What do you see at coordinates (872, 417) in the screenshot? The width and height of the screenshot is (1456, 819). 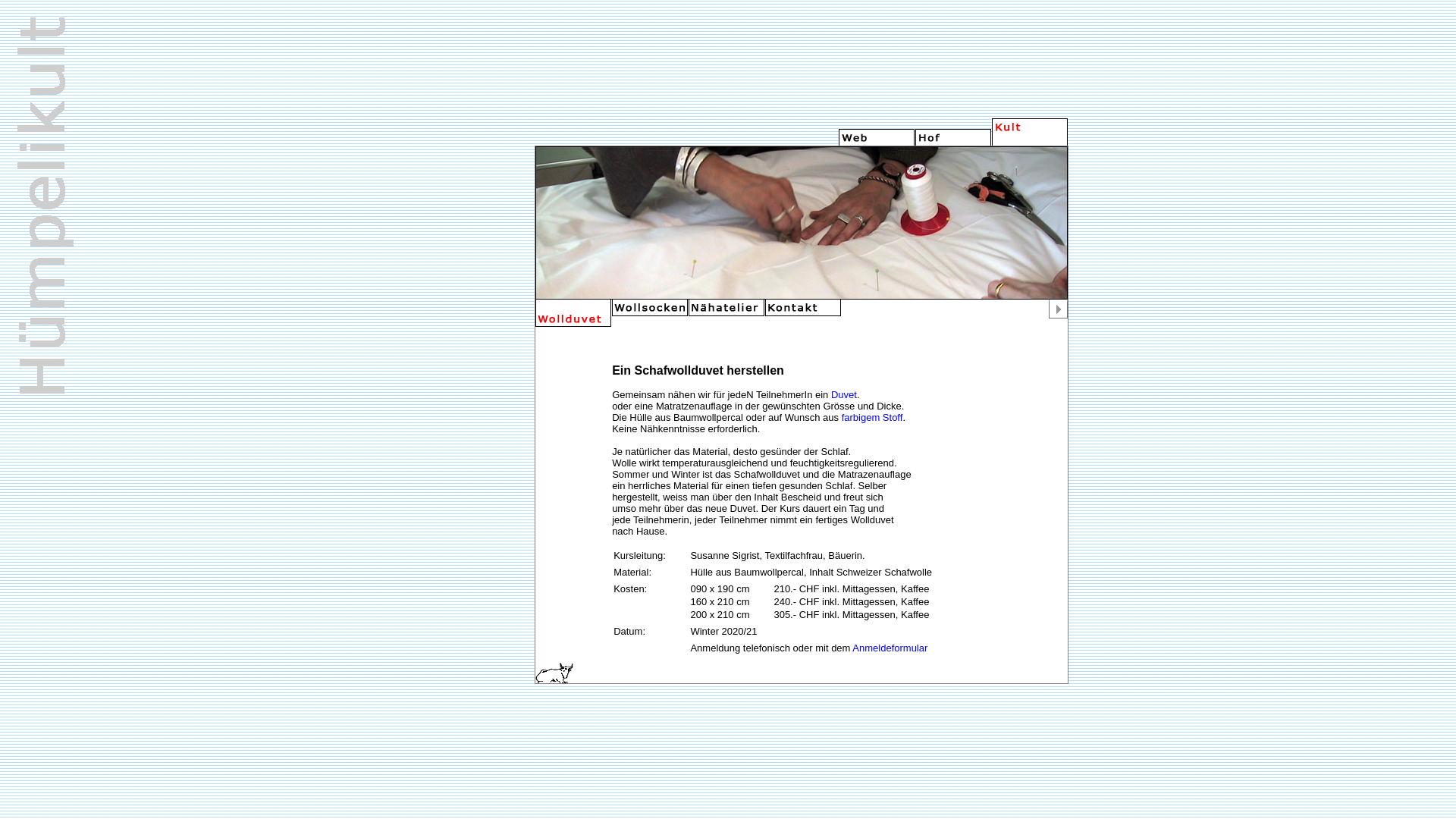 I see `'farbigem Stoff'` at bounding box center [872, 417].